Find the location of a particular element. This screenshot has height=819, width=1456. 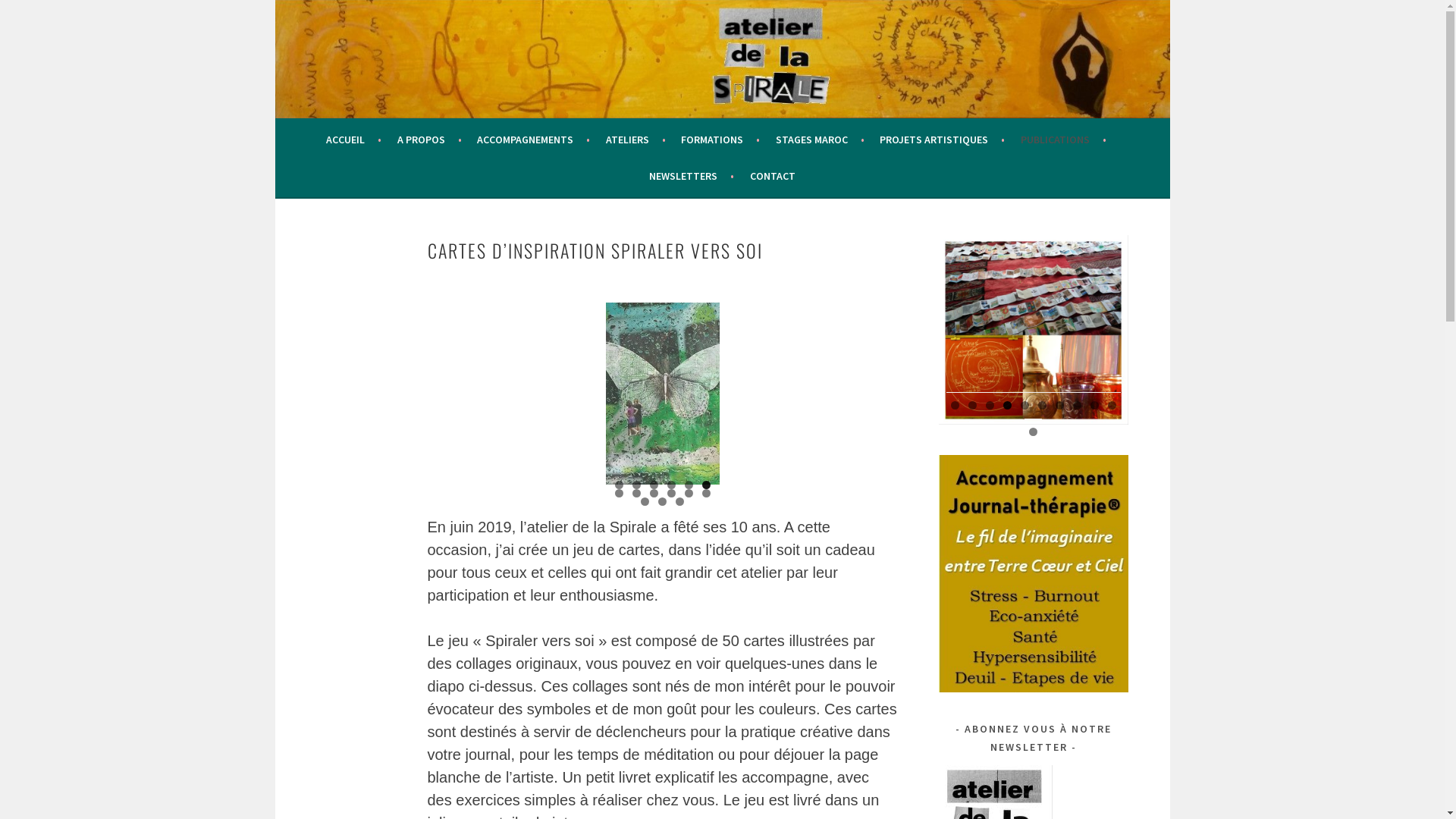

'14' is located at coordinates (662, 501).